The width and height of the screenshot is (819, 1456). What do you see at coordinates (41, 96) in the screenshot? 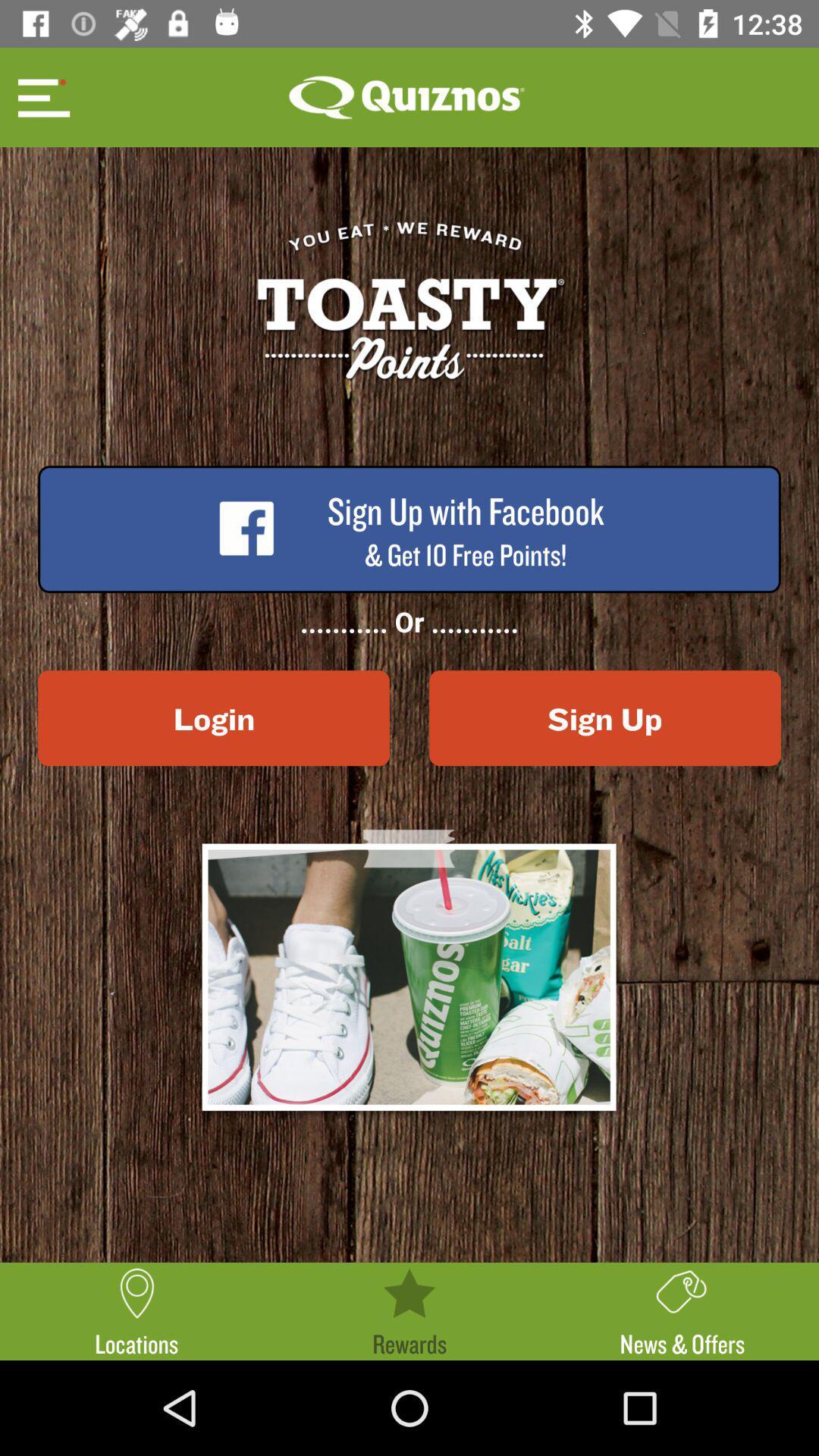
I see `item at the top left corner` at bounding box center [41, 96].